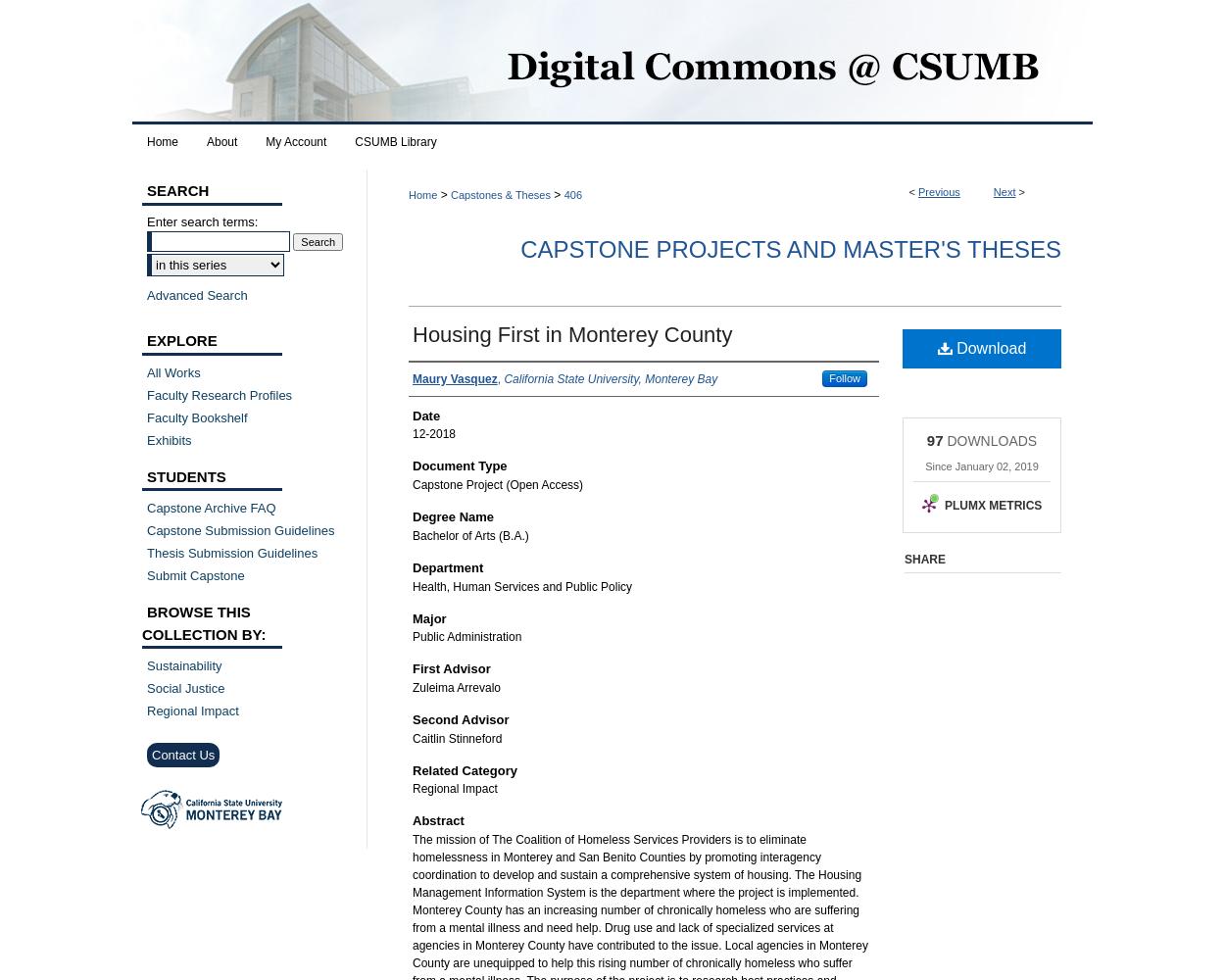 The height and width of the screenshot is (980, 1225). I want to click on 'Faculty Research Profiles', so click(147, 394).